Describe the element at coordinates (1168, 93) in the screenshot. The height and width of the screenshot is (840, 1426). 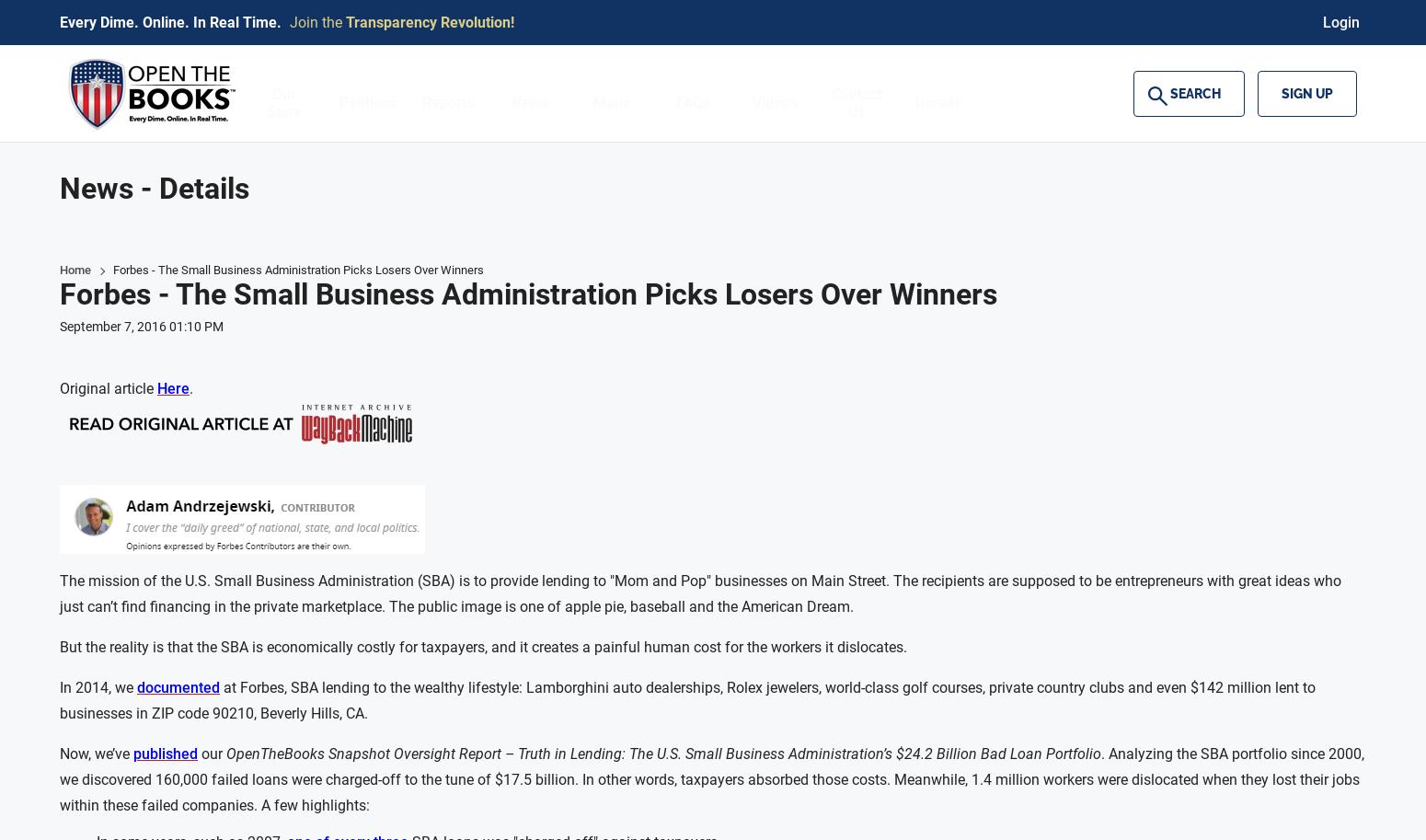
I see `'Search'` at that location.